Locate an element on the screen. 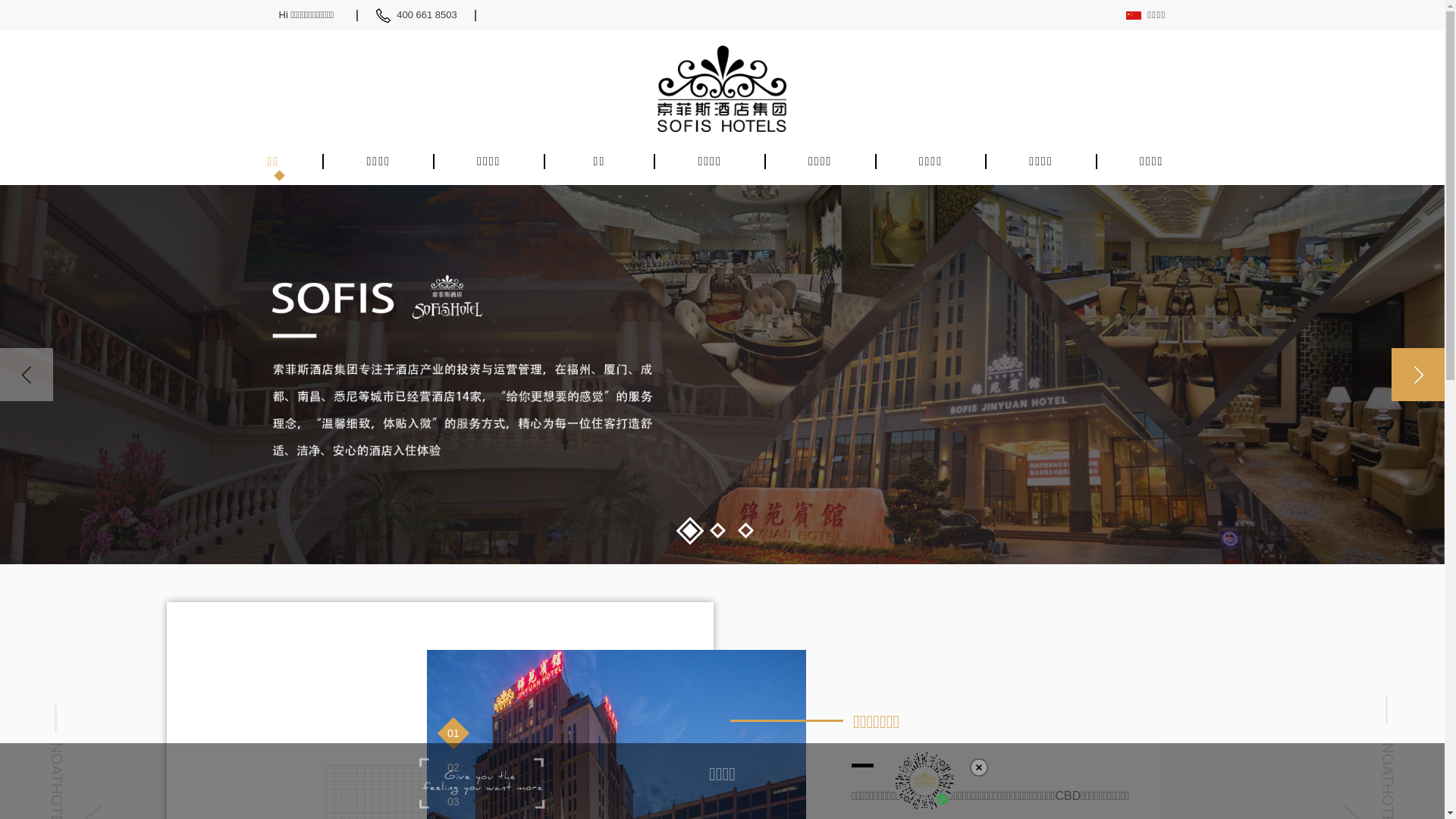 The height and width of the screenshot is (819, 1456). '400 661 8503' is located at coordinates (435, 14).